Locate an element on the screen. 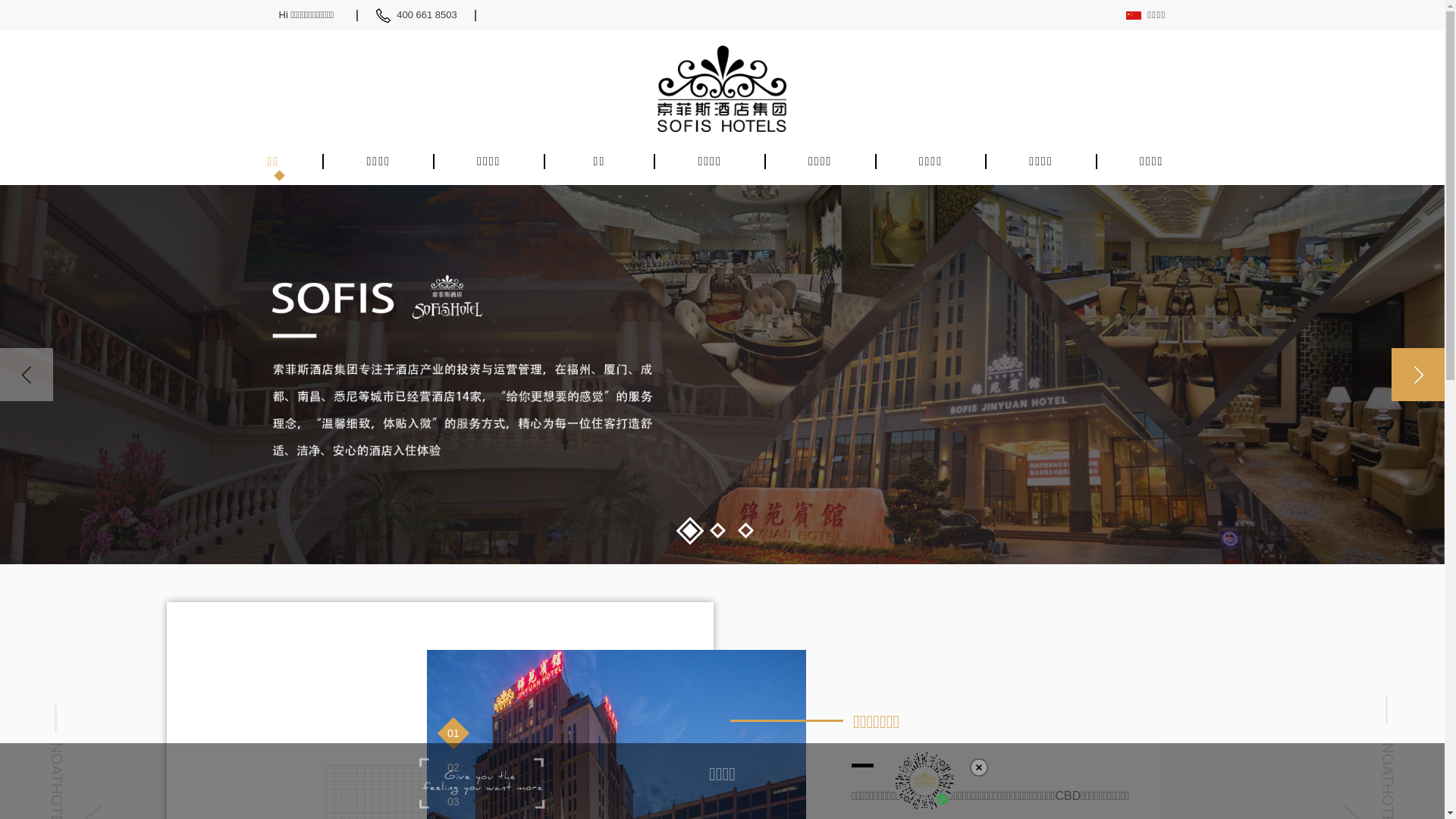 The height and width of the screenshot is (819, 1456). '400 661 8503' is located at coordinates (435, 14).